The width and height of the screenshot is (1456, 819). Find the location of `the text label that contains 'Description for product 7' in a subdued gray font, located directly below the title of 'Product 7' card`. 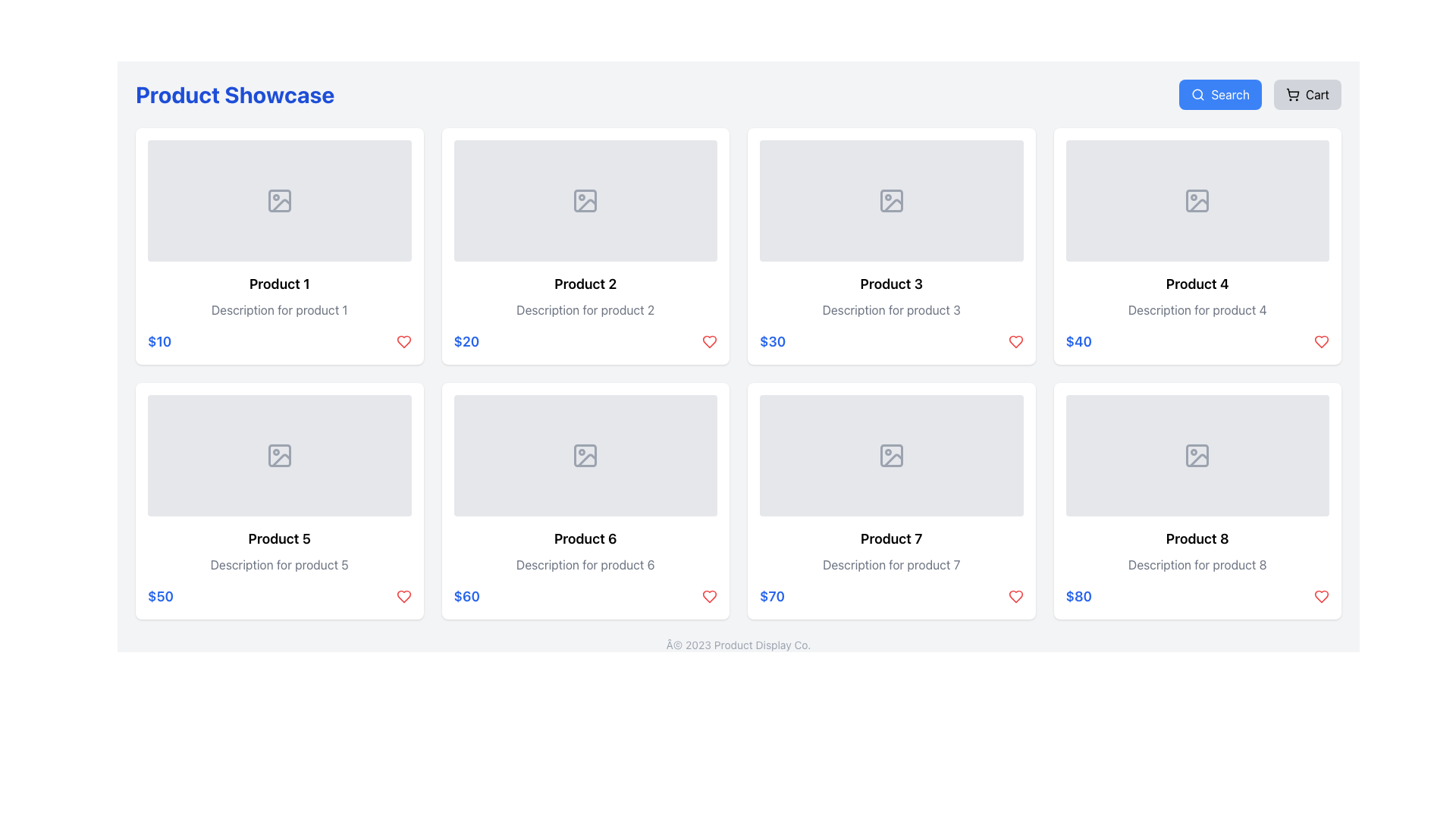

the text label that contains 'Description for product 7' in a subdued gray font, located directly below the title of 'Product 7' card is located at coordinates (891, 564).